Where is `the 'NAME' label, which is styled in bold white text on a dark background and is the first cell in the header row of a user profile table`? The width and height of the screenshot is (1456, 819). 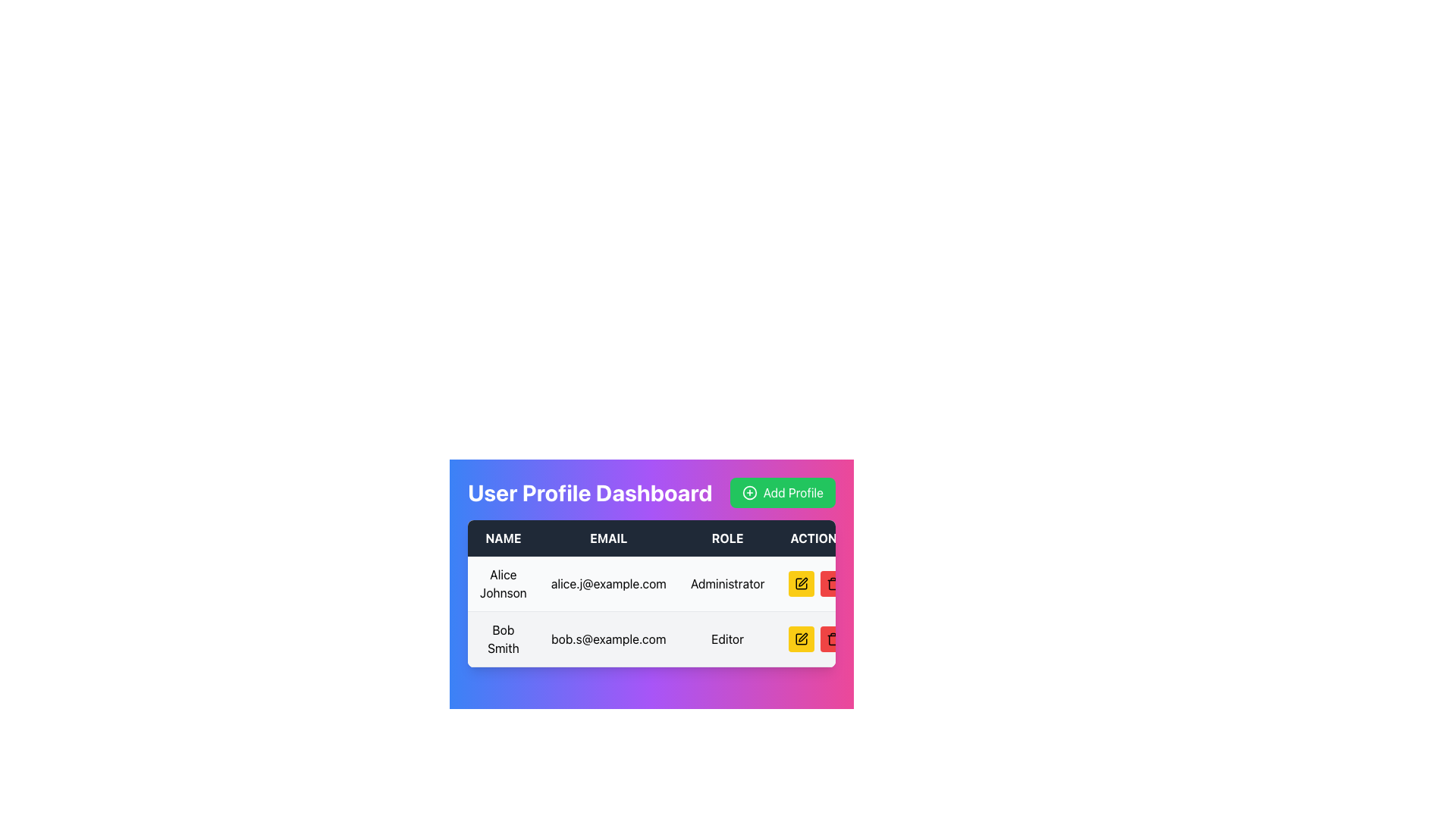
the 'NAME' label, which is styled in bold white text on a dark background and is the first cell in the header row of a user profile table is located at coordinates (503, 537).